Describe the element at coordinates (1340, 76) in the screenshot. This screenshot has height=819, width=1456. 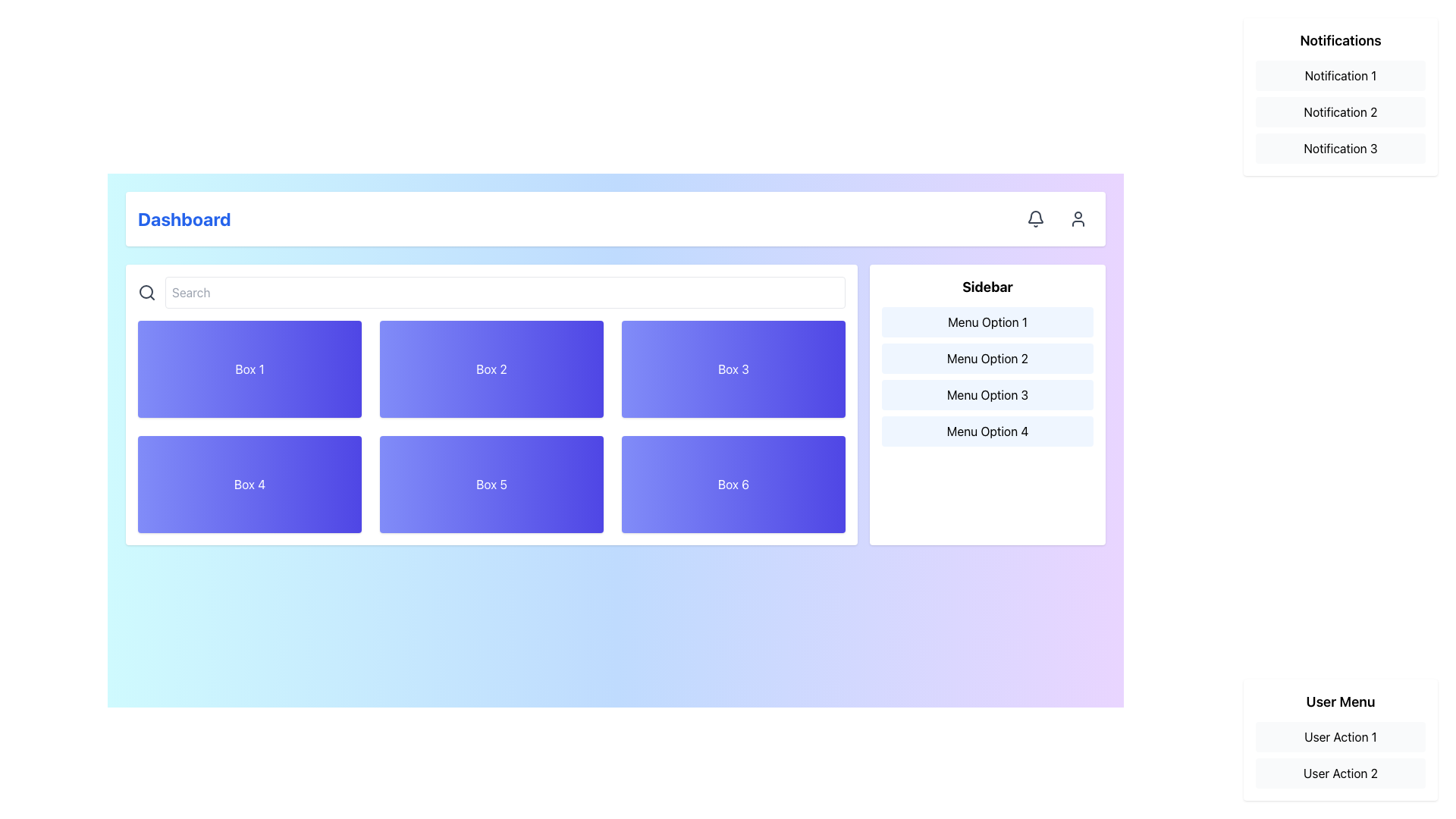
I see `the first notification item labeled 'Notification 1', which is a rectangular light gray box with rounded corners located in the upper-right corner of the interface` at that location.